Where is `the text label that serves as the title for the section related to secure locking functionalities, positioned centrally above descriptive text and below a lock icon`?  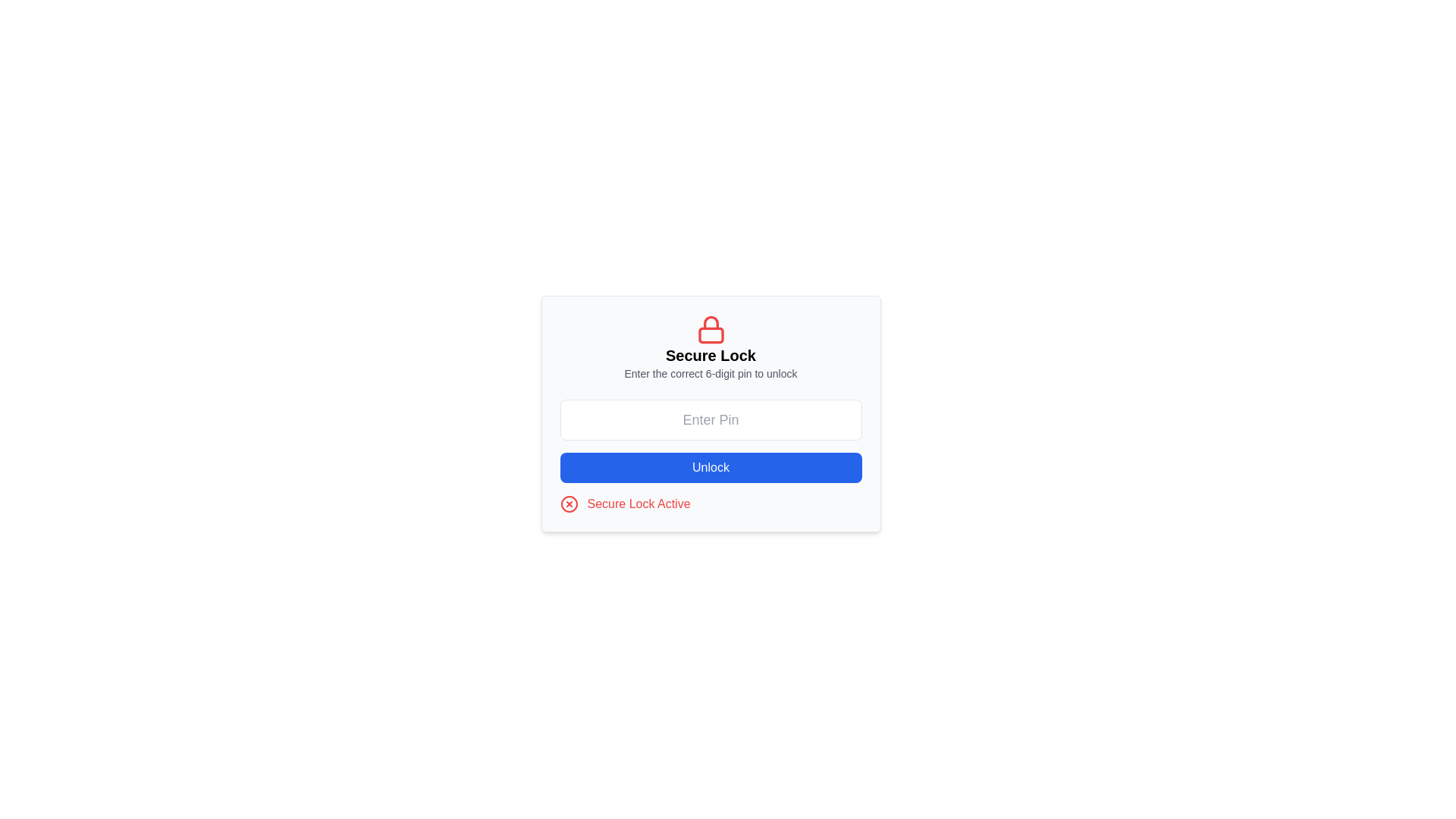
the text label that serves as the title for the section related to secure locking functionalities, positioned centrally above descriptive text and below a lock icon is located at coordinates (710, 356).